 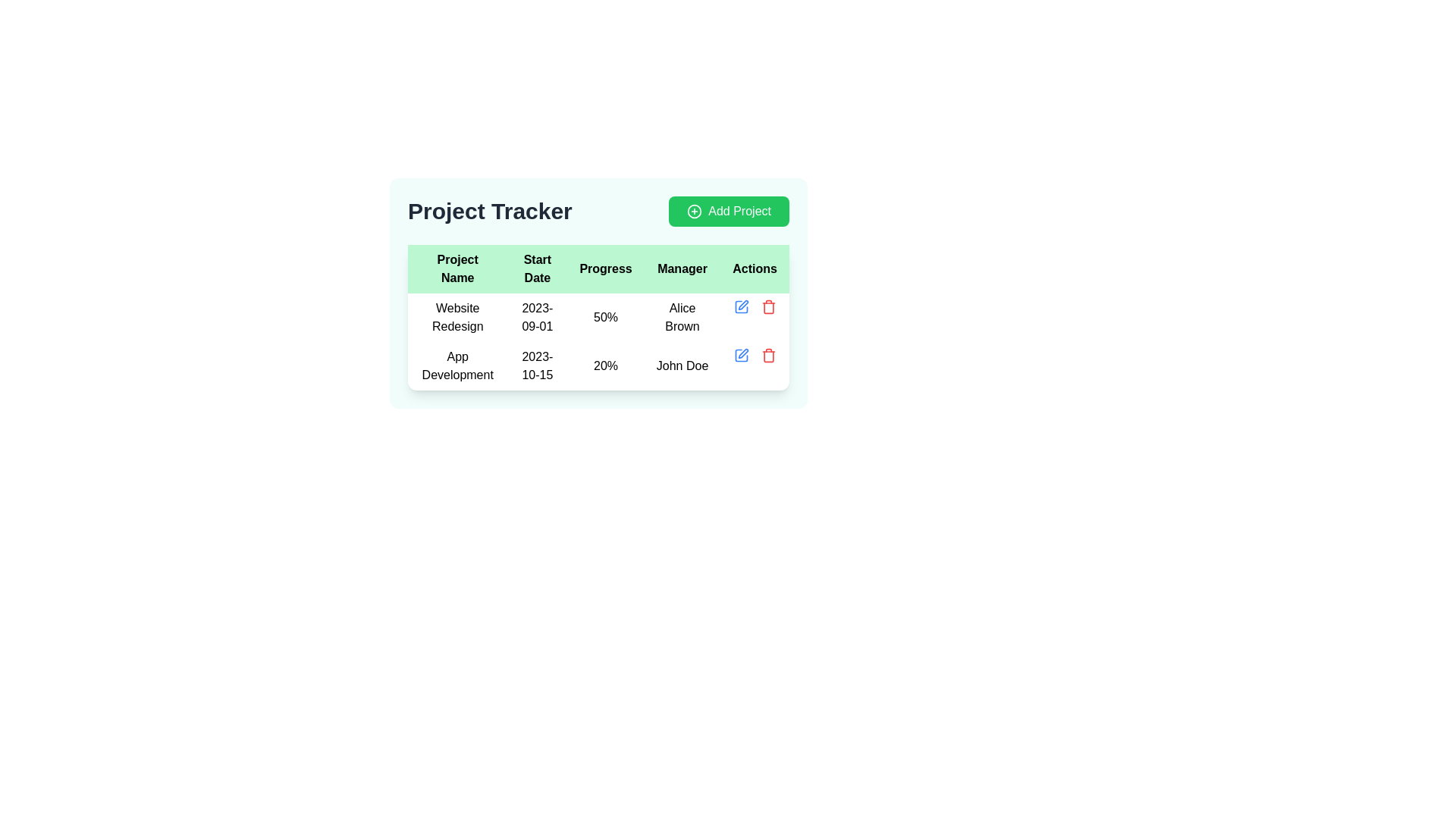 What do you see at coordinates (741, 356) in the screenshot?
I see `the edit button in the 'Actions' column of the second row` at bounding box center [741, 356].